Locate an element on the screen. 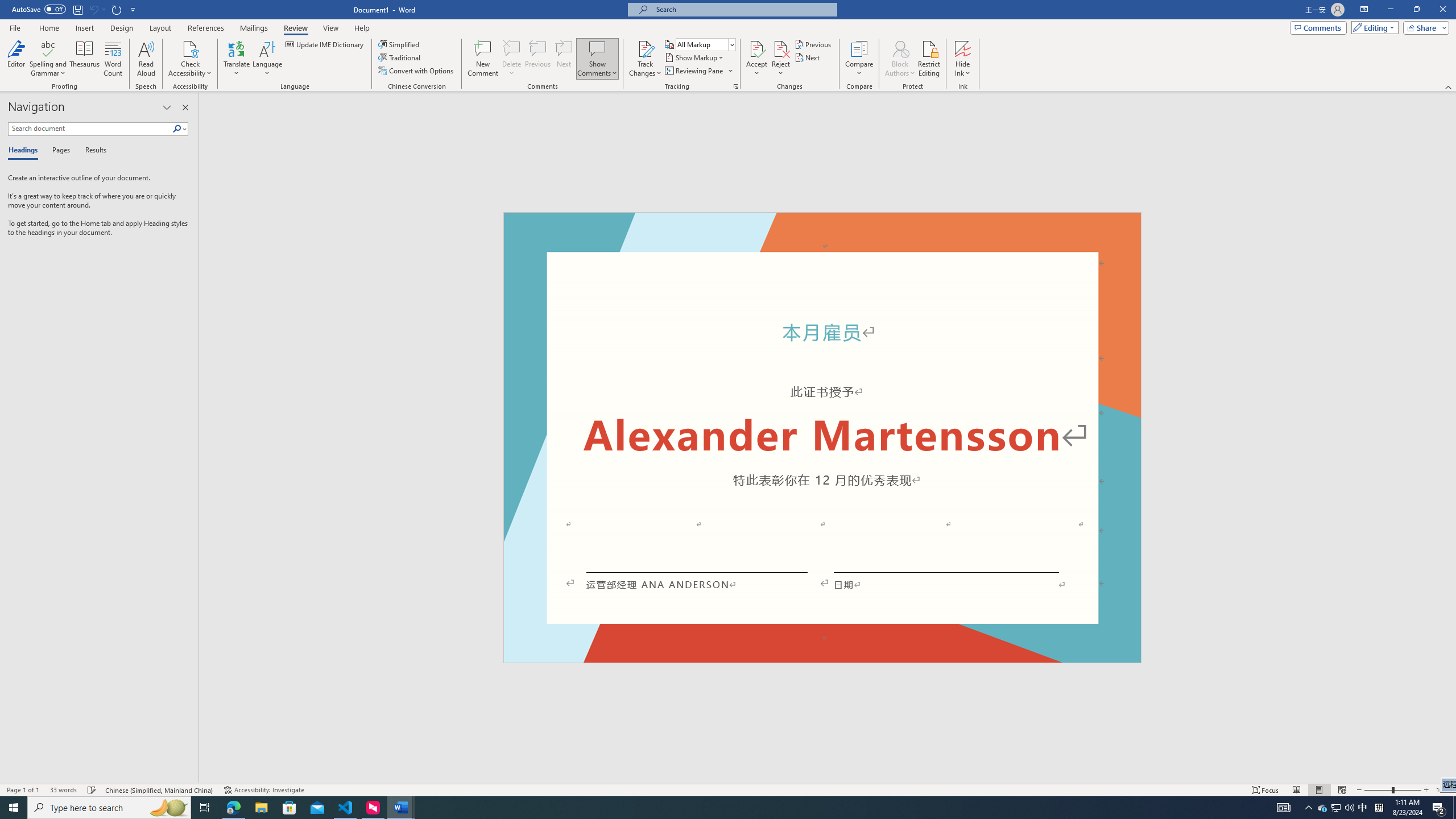 This screenshot has height=819, width=1456. 'Previous' is located at coordinates (813, 44).